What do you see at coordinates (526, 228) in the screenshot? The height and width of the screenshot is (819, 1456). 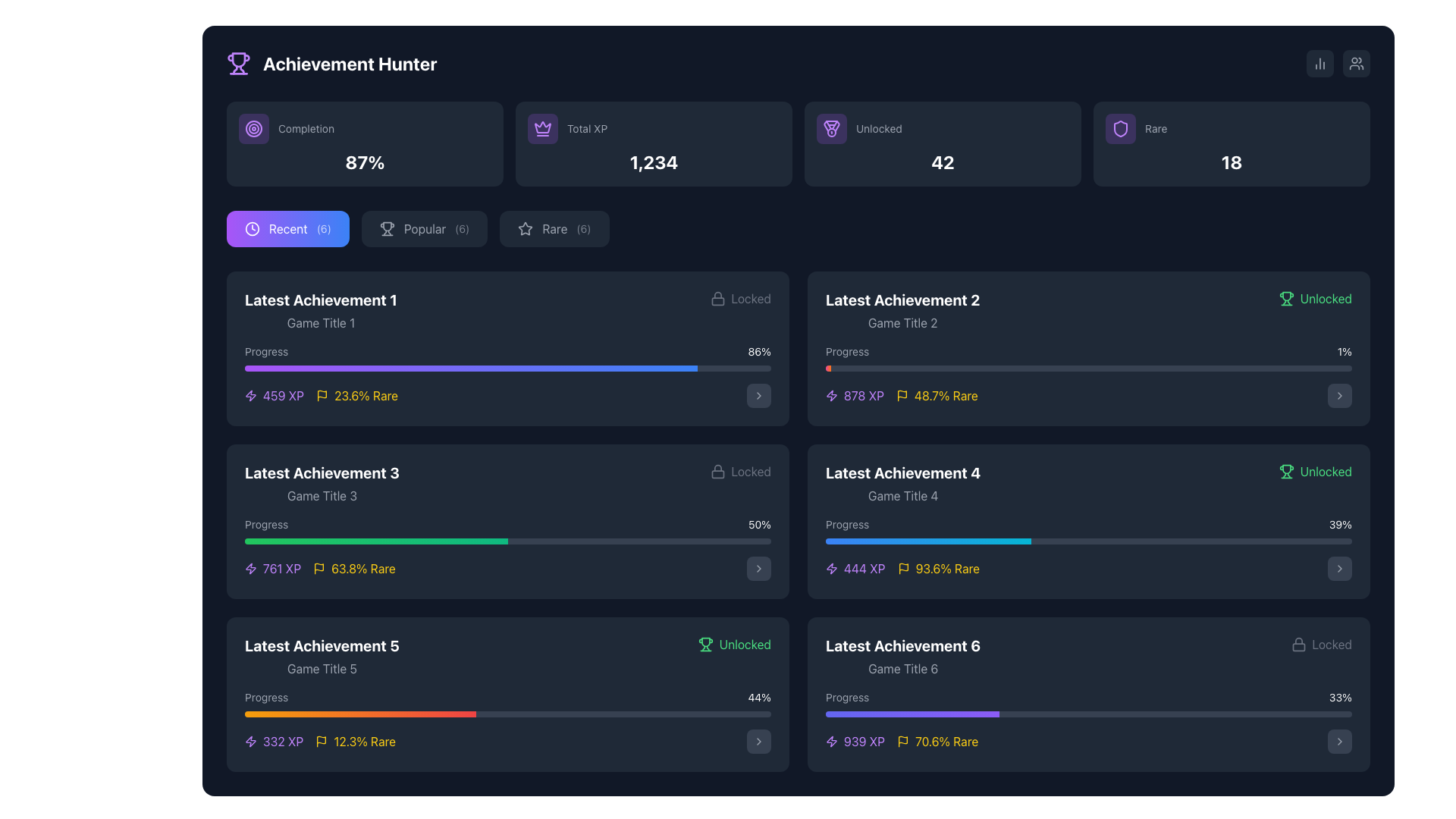 I see `the star icon within the 'Rare (6)' button that emphasizes rarity` at bounding box center [526, 228].